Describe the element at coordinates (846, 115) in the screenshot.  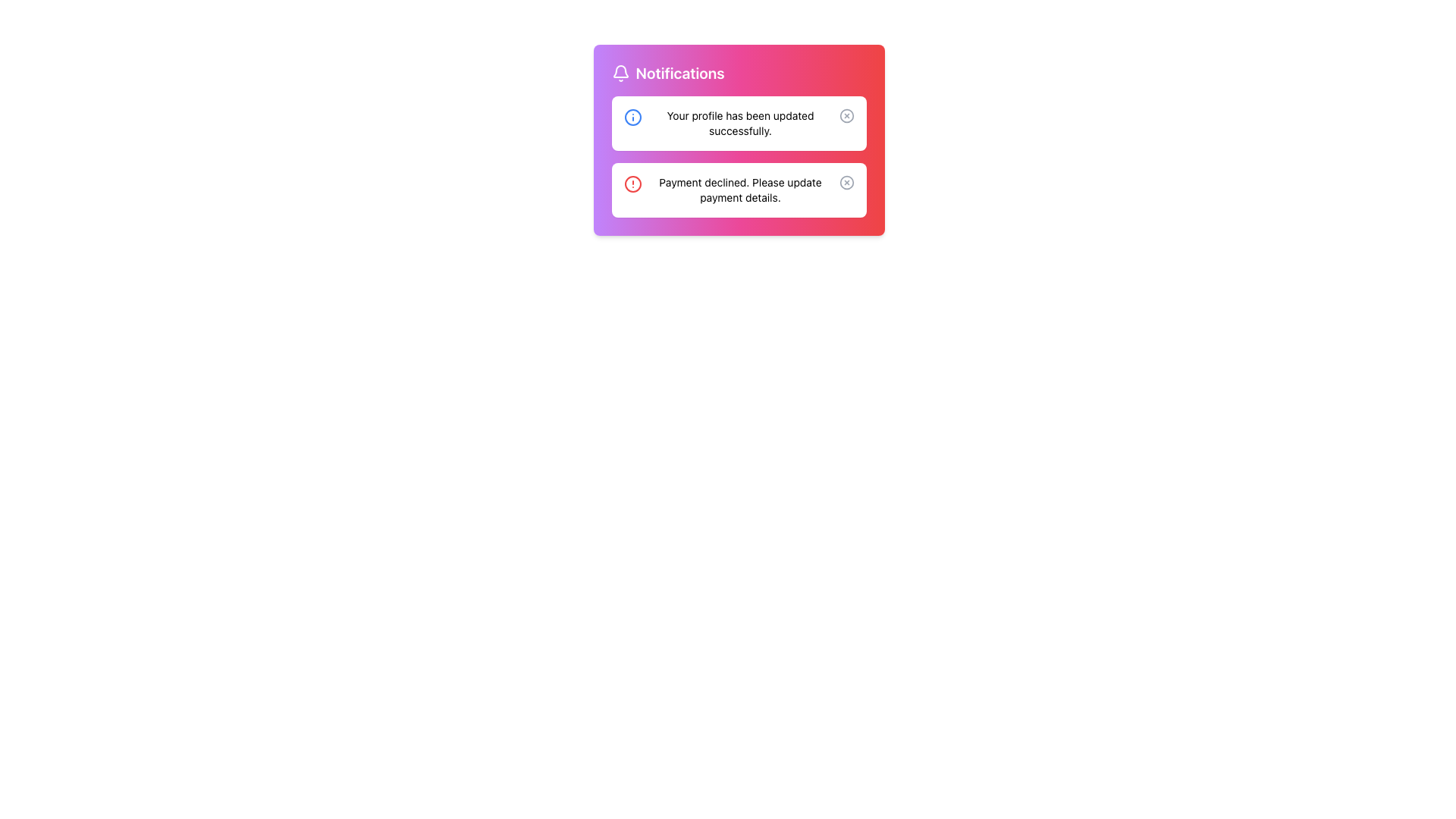
I see `the close button located at the top right corner of the notification card` at that location.